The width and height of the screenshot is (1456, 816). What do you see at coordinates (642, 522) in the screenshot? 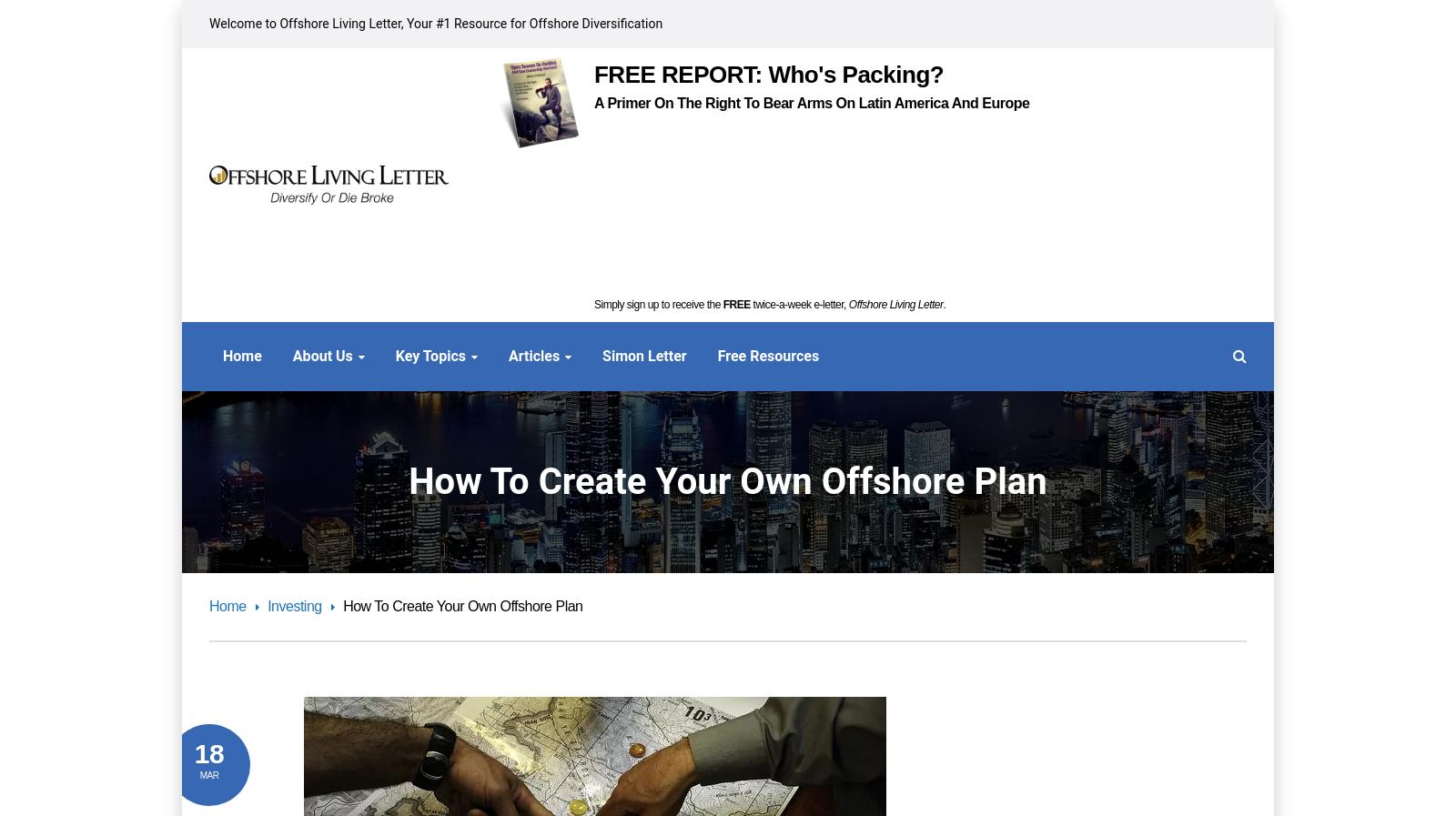
I see `'What is FATCA?'` at bounding box center [642, 522].